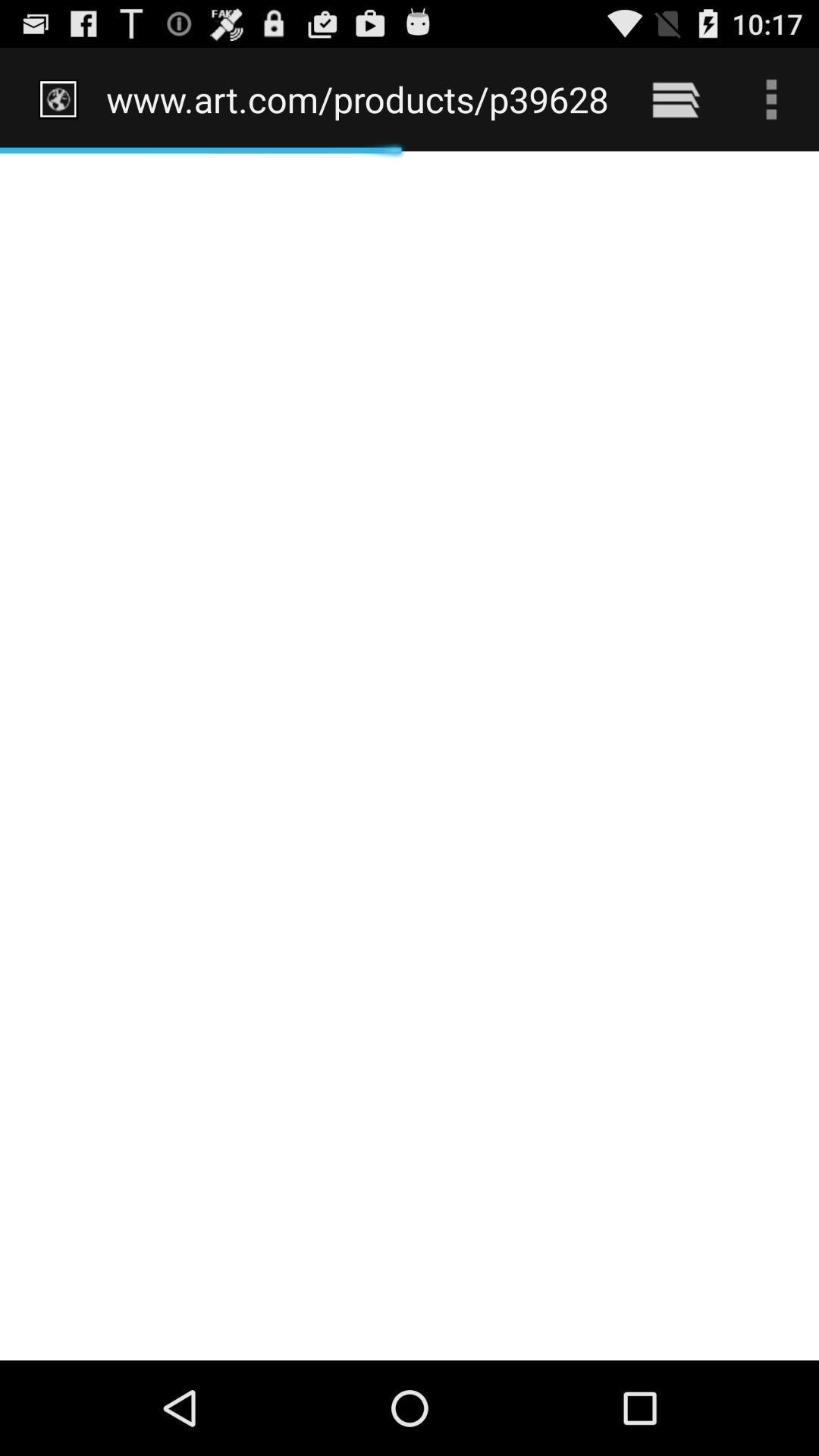 The image size is (819, 1456). Describe the element at coordinates (409, 755) in the screenshot. I see `icon below the www art com` at that location.